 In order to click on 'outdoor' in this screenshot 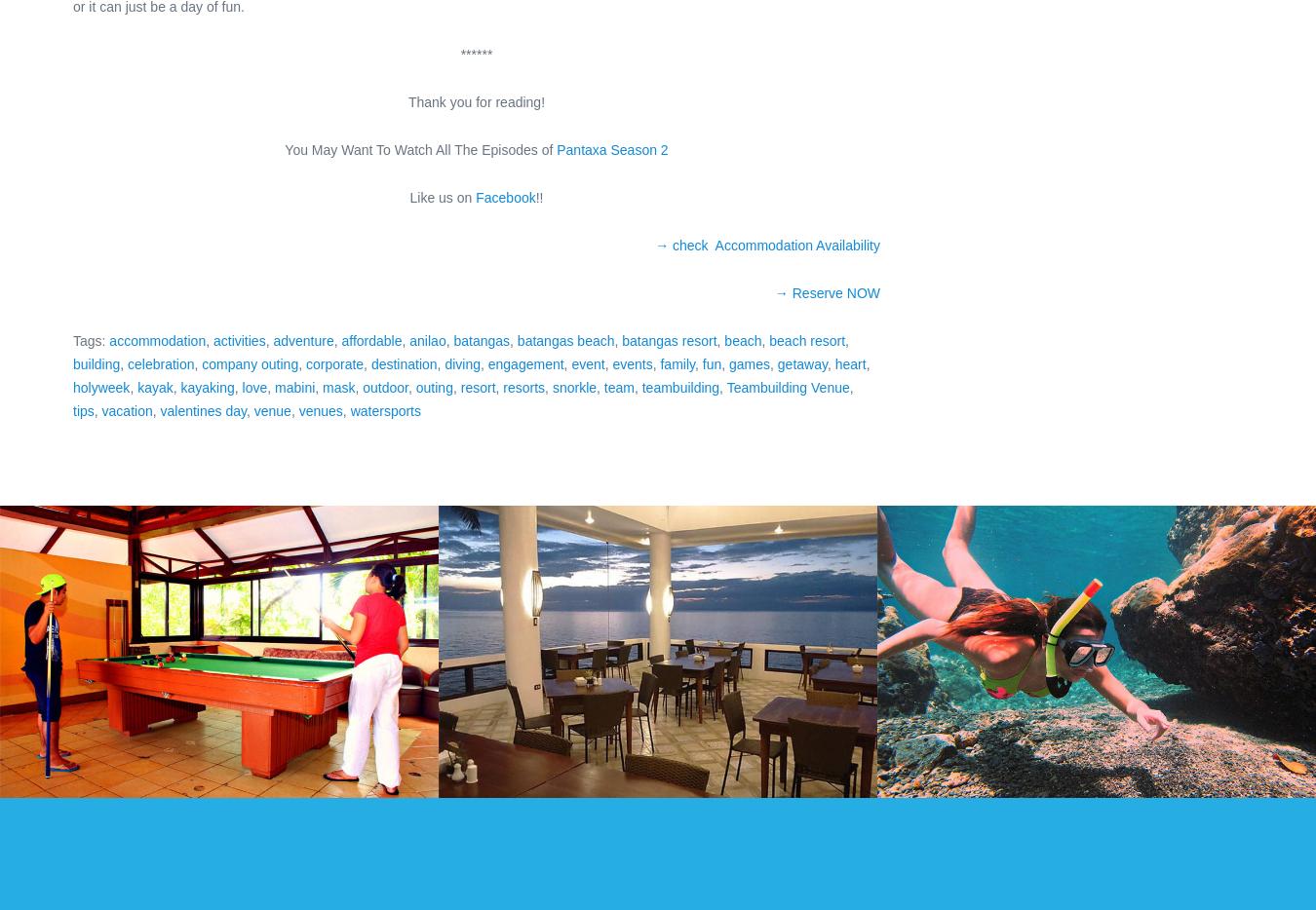, I will do `click(385, 386)`.